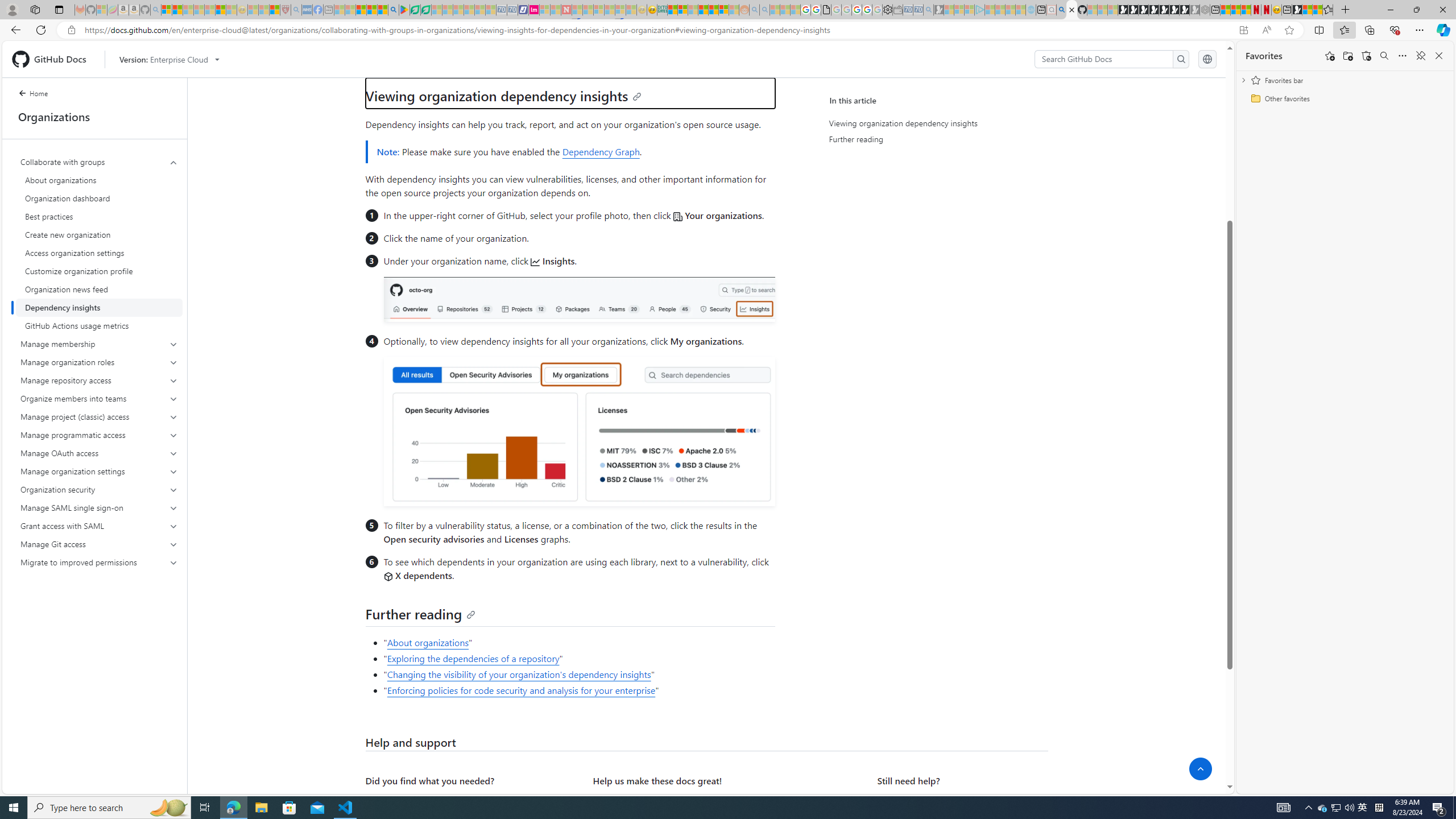  Describe the element at coordinates (1439, 55) in the screenshot. I see `'Close favorites'` at that location.